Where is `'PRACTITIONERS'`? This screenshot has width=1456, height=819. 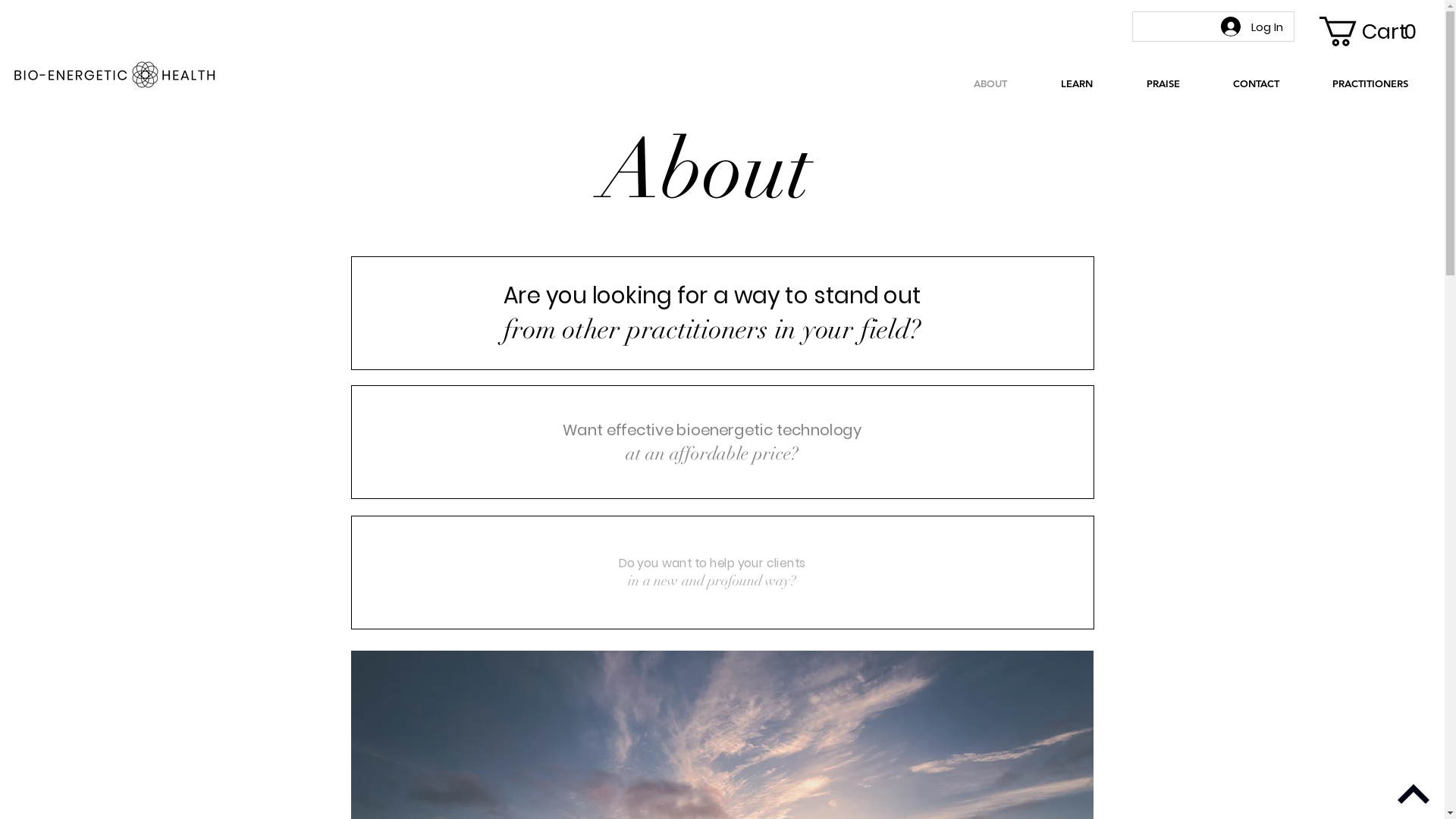 'PRACTITIONERS' is located at coordinates (1305, 83).